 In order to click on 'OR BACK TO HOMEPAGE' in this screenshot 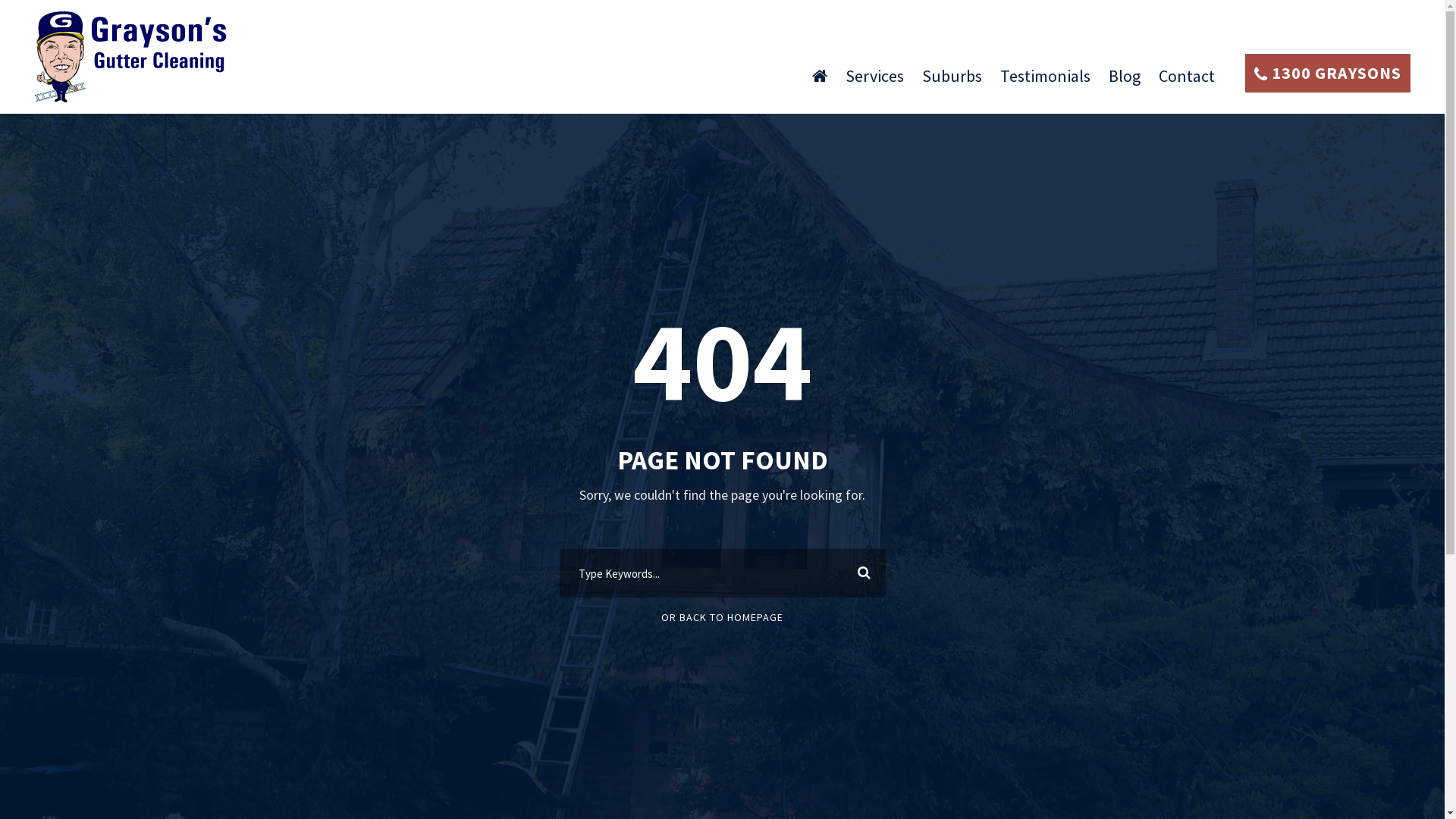, I will do `click(661, 617)`.